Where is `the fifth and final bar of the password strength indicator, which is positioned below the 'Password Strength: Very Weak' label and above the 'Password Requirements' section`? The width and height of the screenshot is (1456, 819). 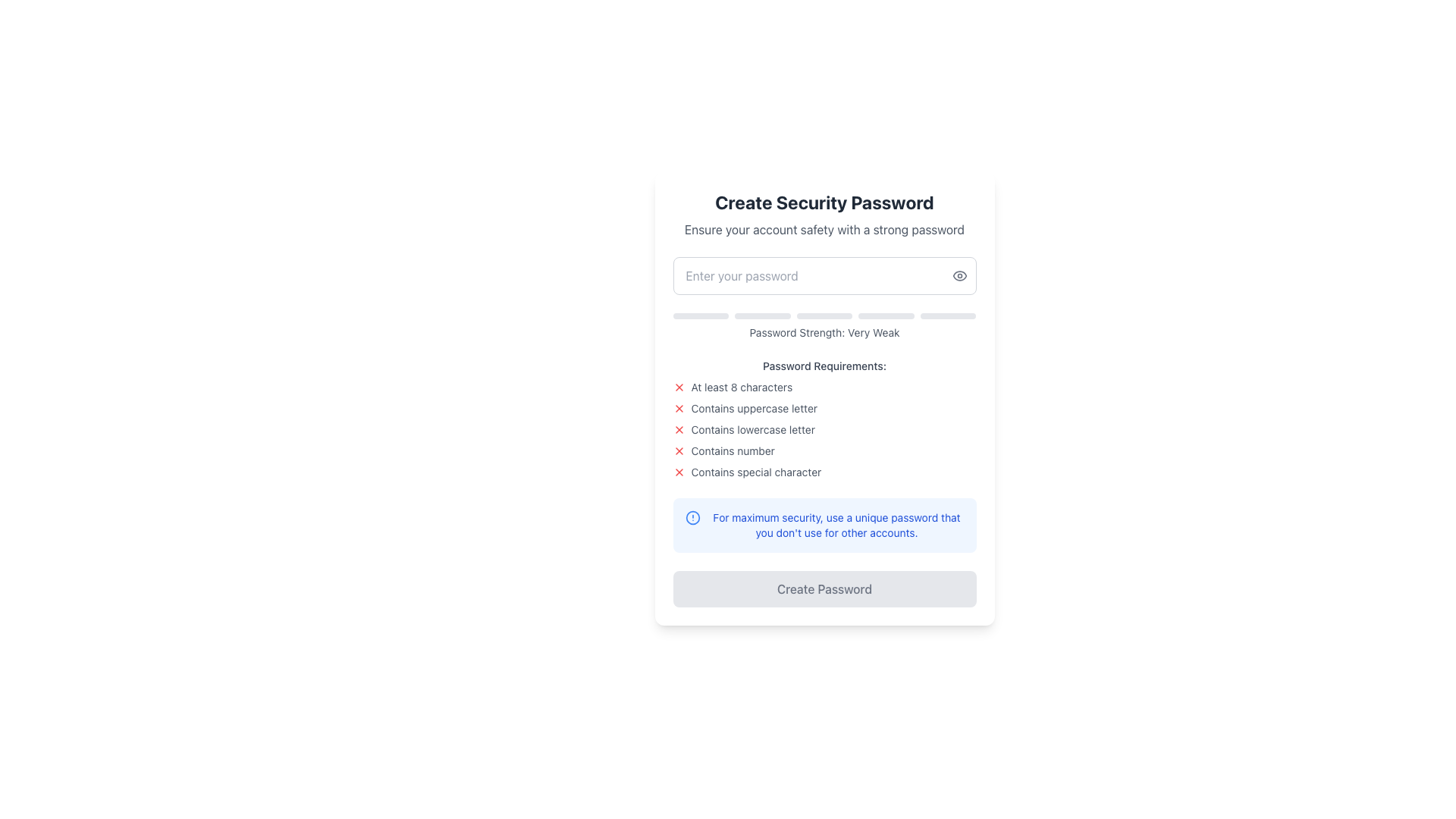 the fifth and final bar of the password strength indicator, which is positioned below the 'Password Strength: Very Weak' label and above the 'Password Requirements' section is located at coordinates (947, 315).